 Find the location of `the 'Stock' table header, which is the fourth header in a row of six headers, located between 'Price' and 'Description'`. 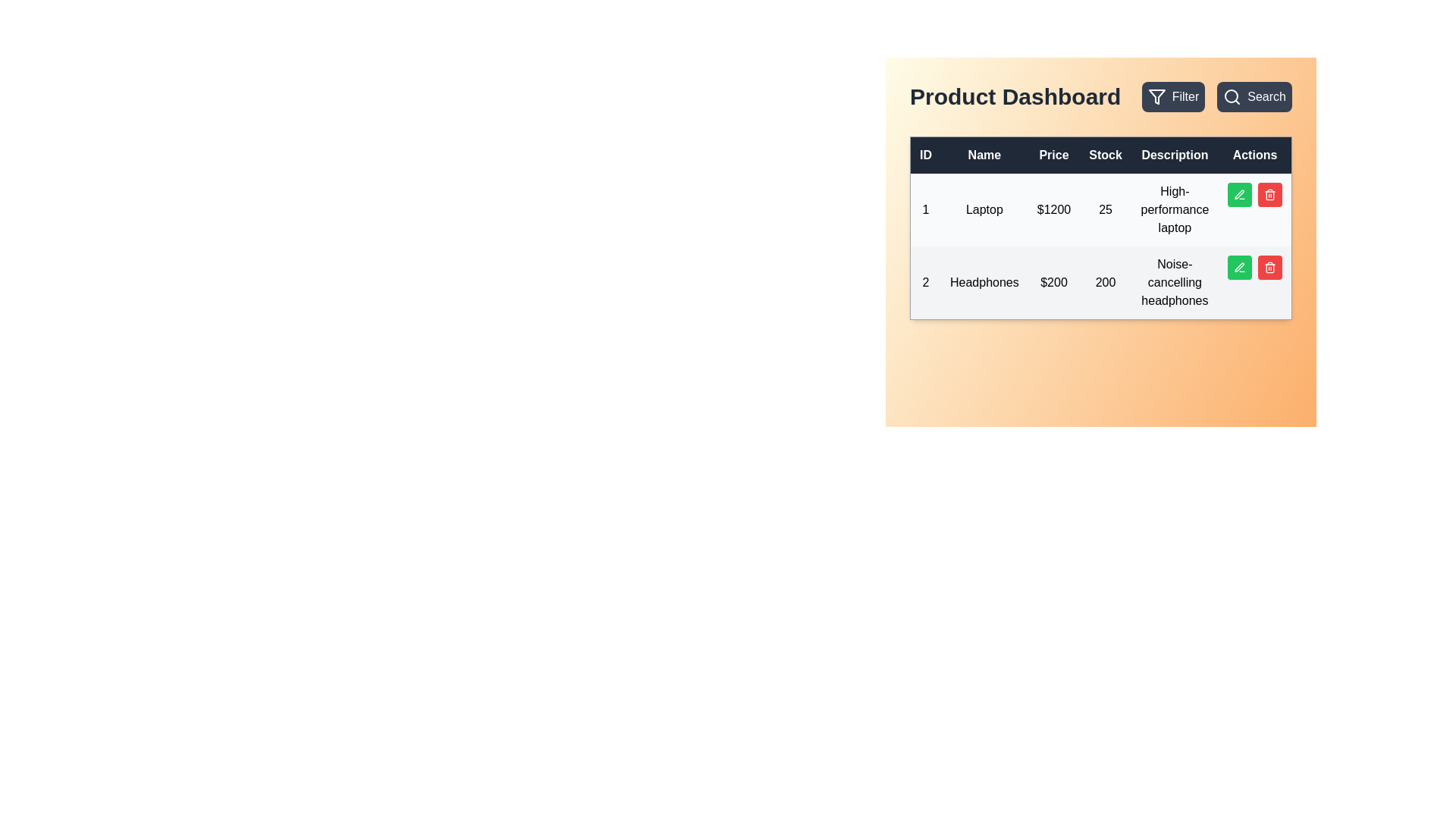

the 'Stock' table header, which is the fourth header in a row of six headers, located between 'Price' and 'Description' is located at coordinates (1100, 155).